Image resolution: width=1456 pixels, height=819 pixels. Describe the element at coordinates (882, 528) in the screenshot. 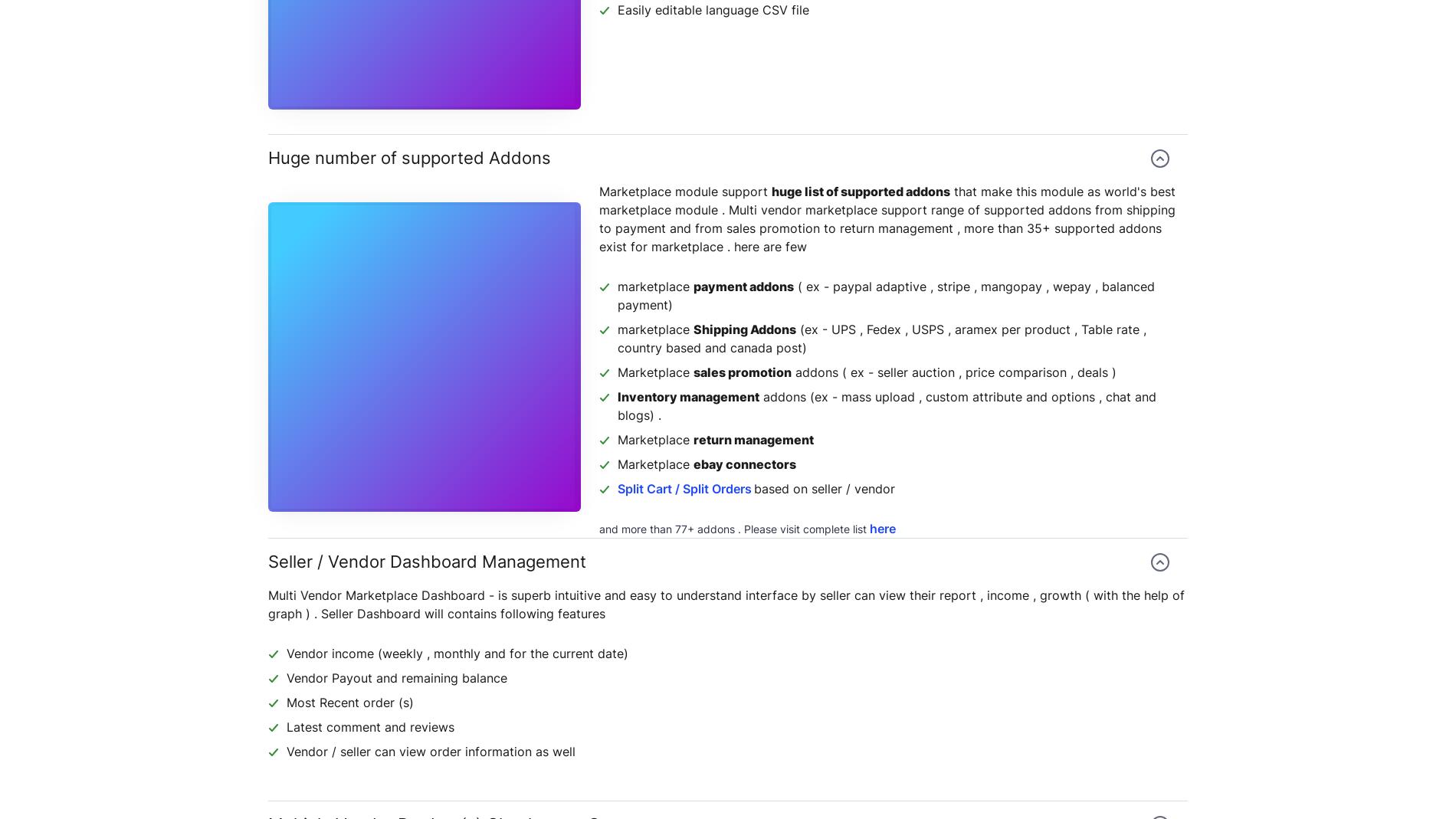

I see `'here'` at that location.